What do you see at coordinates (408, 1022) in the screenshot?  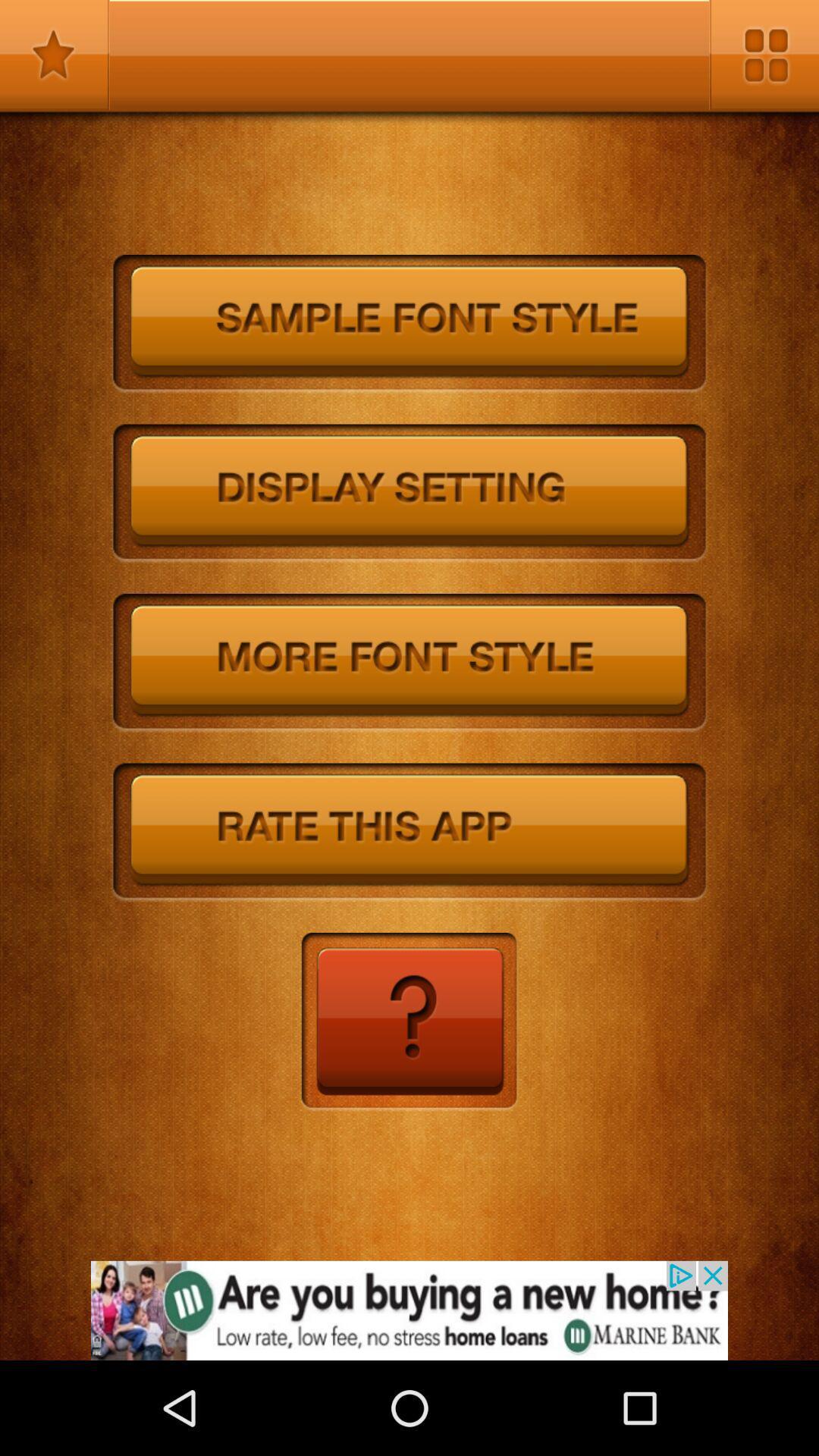 I see `help` at bounding box center [408, 1022].